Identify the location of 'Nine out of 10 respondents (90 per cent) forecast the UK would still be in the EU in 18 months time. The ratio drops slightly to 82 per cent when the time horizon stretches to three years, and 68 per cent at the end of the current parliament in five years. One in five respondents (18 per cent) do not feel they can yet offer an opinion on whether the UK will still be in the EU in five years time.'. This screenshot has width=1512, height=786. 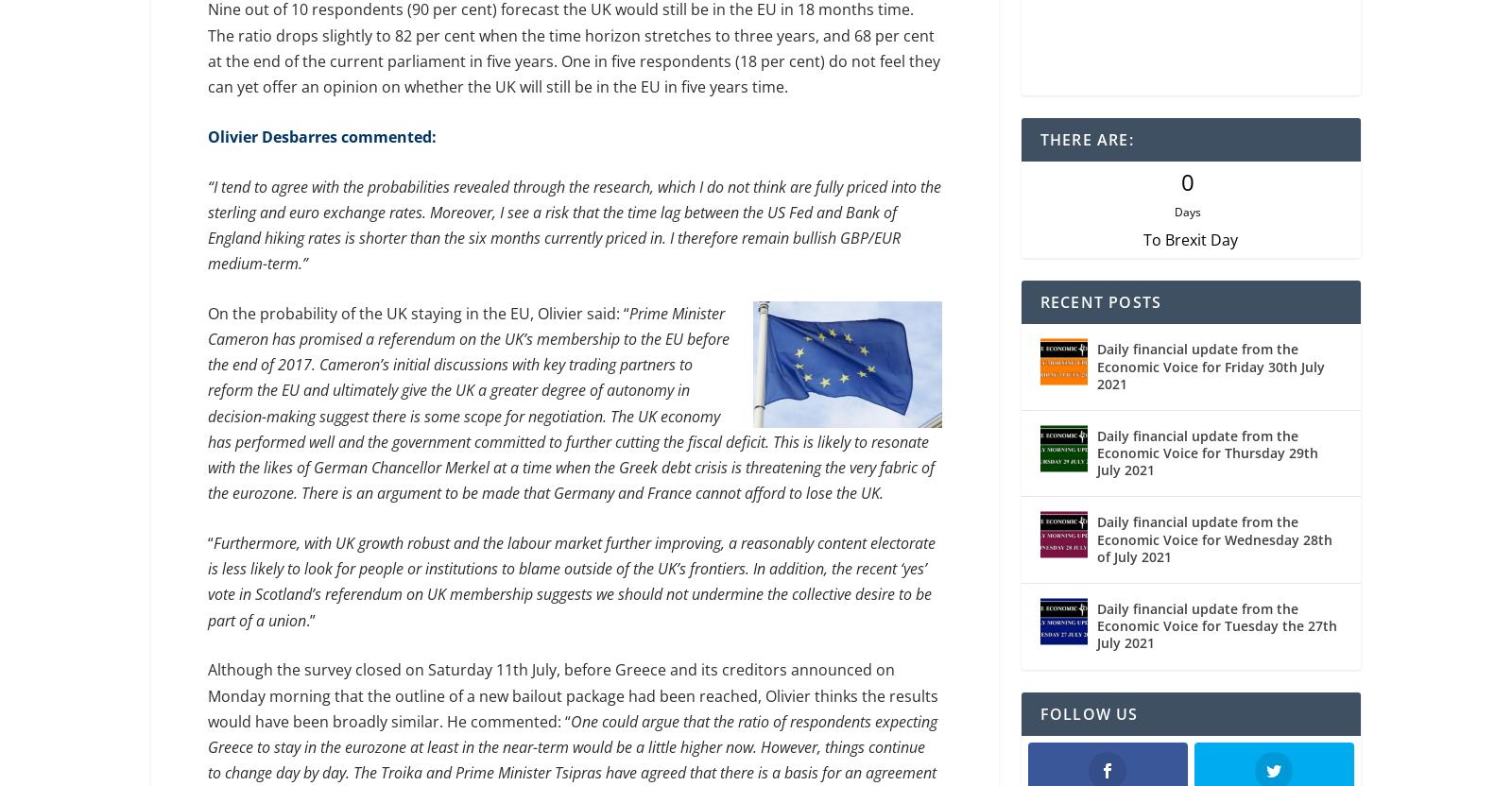
(574, 49).